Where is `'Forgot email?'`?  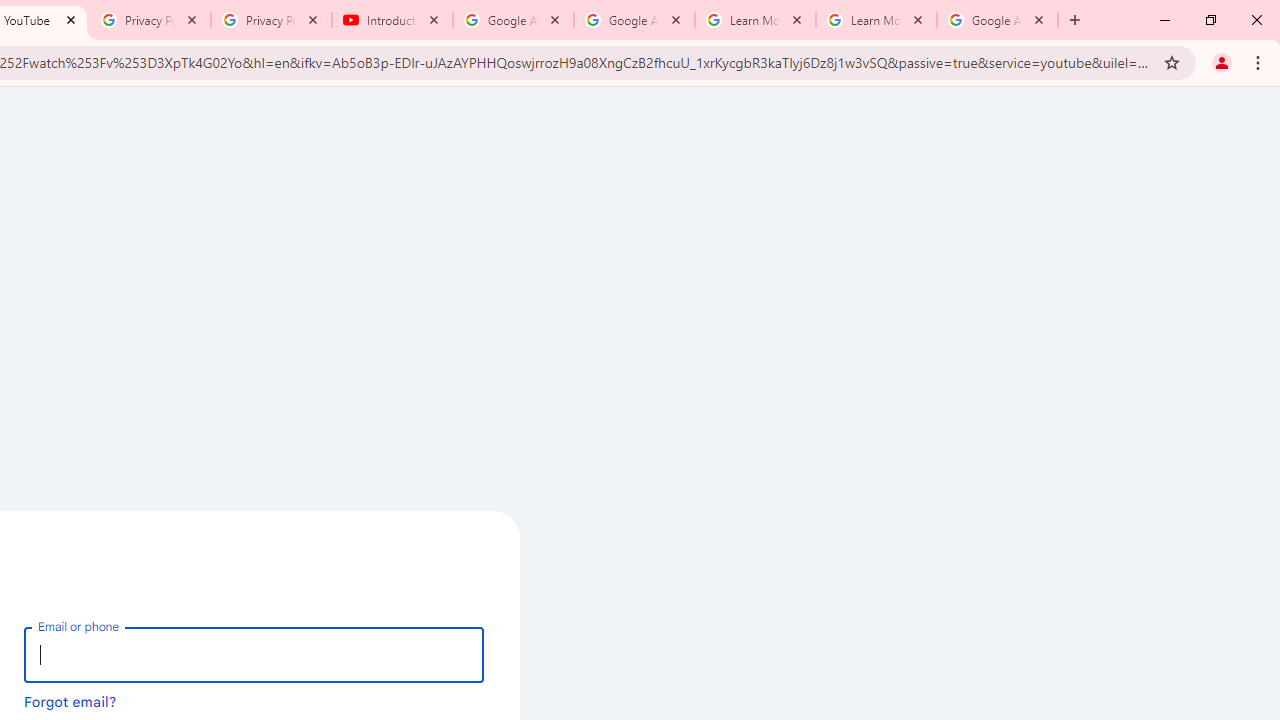 'Forgot email?' is located at coordinates (70, 700).